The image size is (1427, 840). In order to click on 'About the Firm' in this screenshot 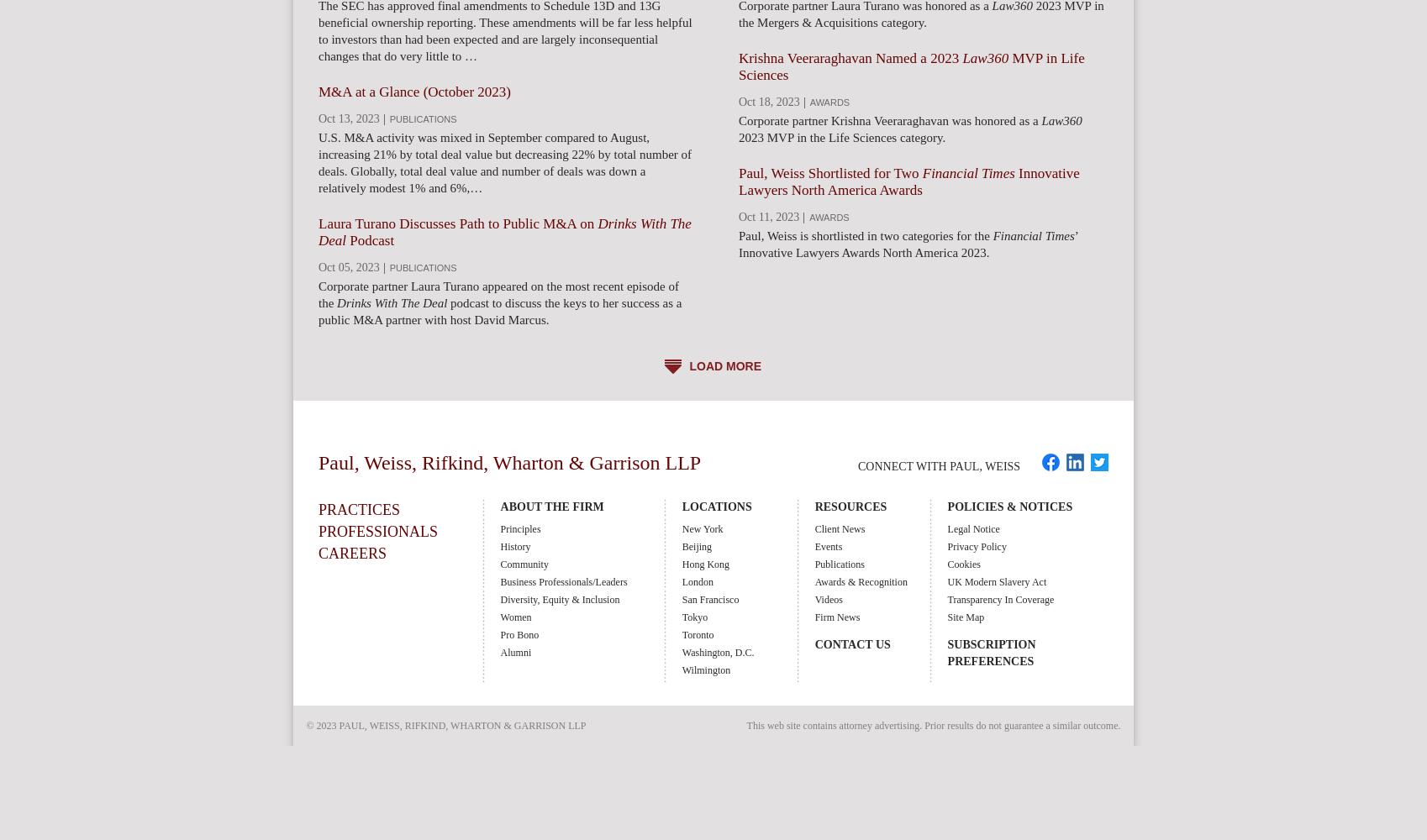, I will do `click(550, 506)`.